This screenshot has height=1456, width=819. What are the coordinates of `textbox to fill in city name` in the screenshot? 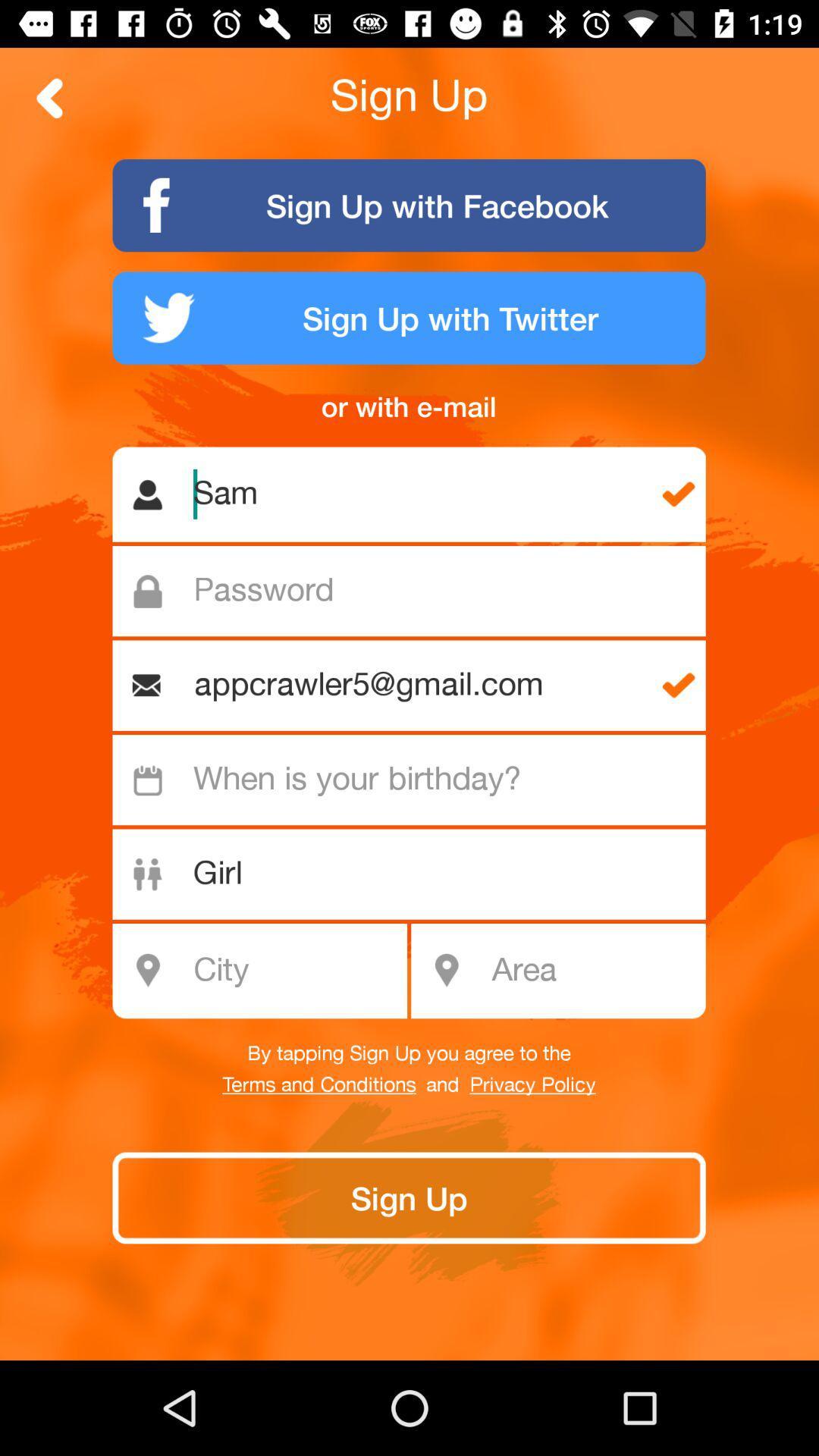 It's located at (268, 971).